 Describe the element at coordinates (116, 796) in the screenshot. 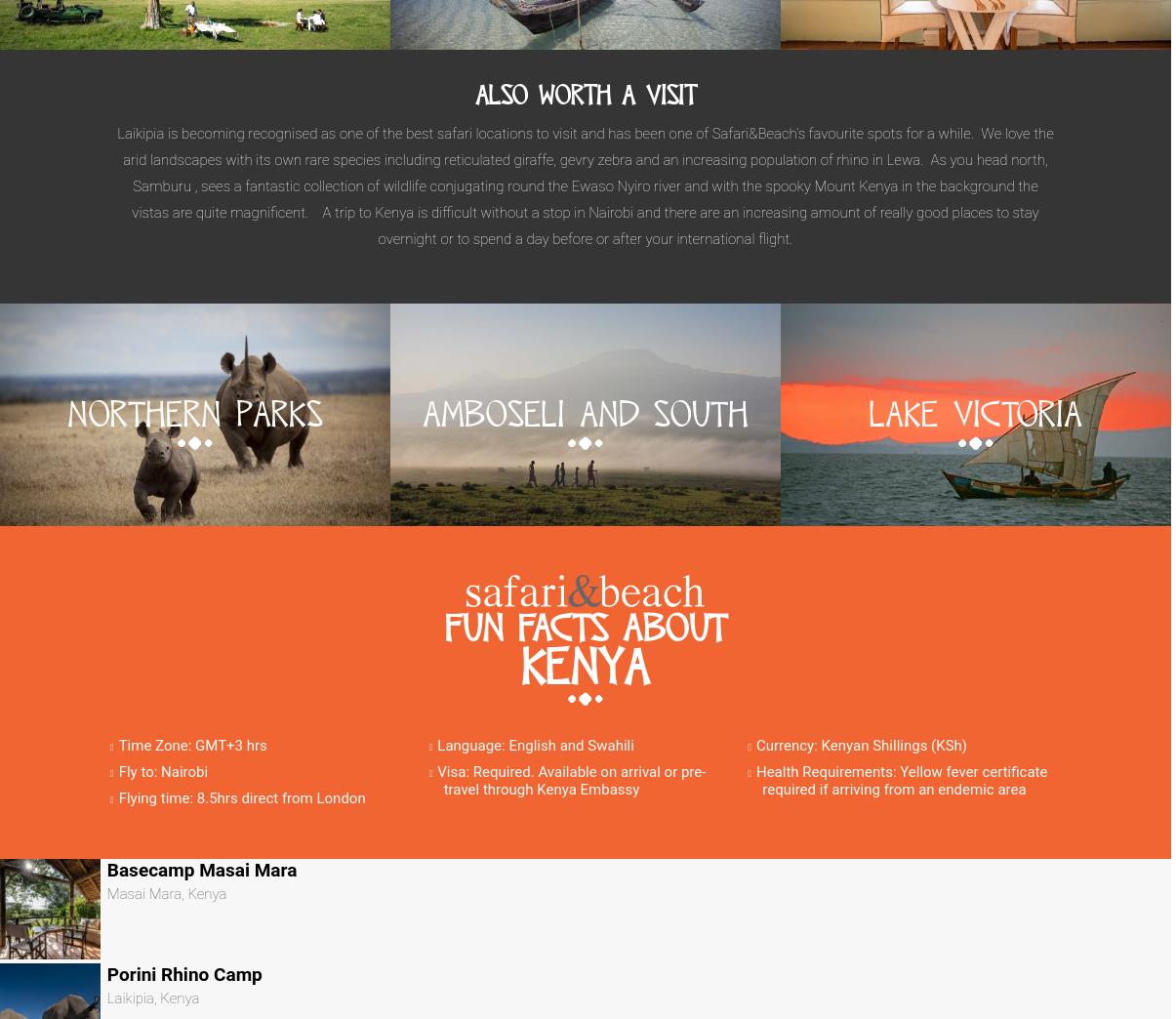

I see `'Flying time: 8.5hrs direct from London'` at that location.